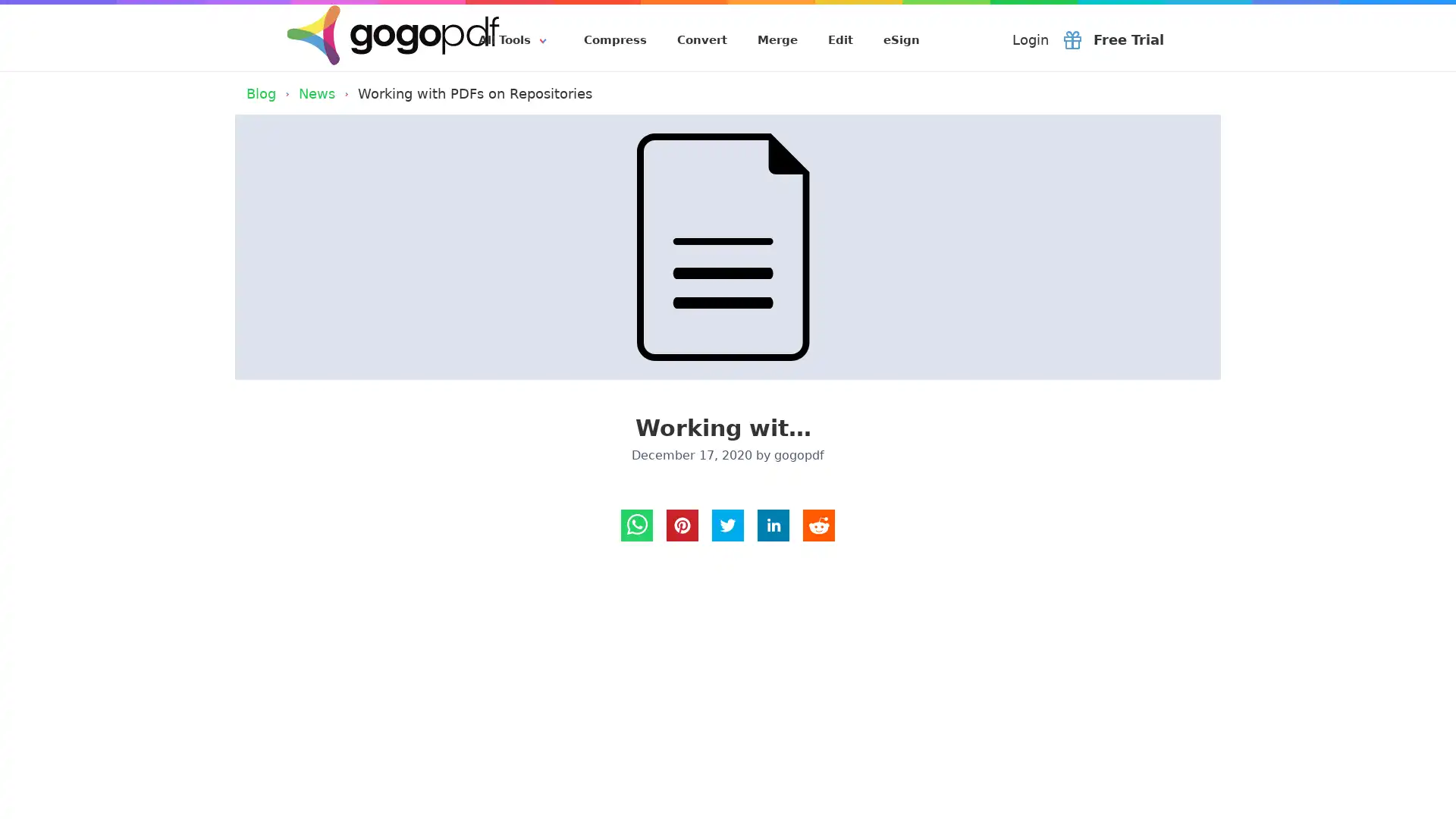 The height and width of the screenshot is (819, 1456). What do you see at coordinates (637, 525) in the screenshot?
I see `Whatsapp` at bounding box center [637, 525].